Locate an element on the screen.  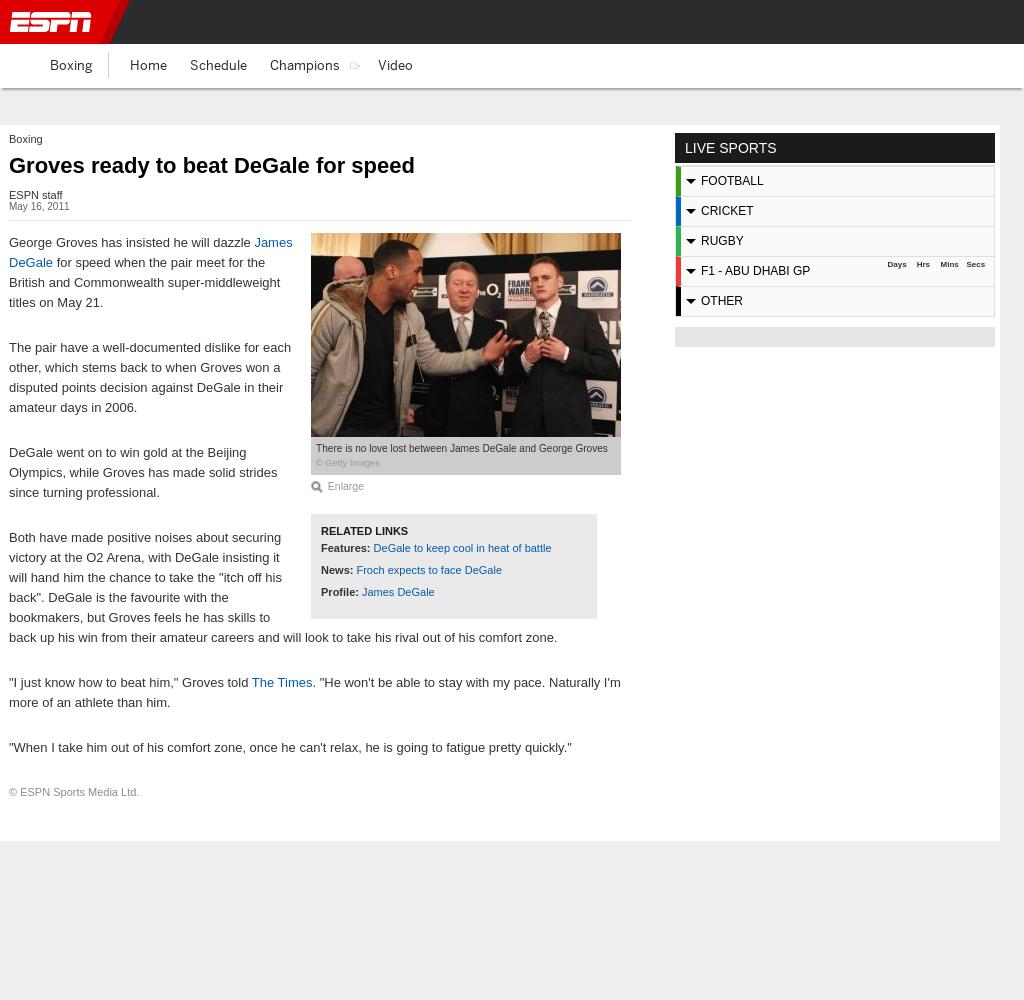
'May 16, 2011' is located at coordinates (39, 205).